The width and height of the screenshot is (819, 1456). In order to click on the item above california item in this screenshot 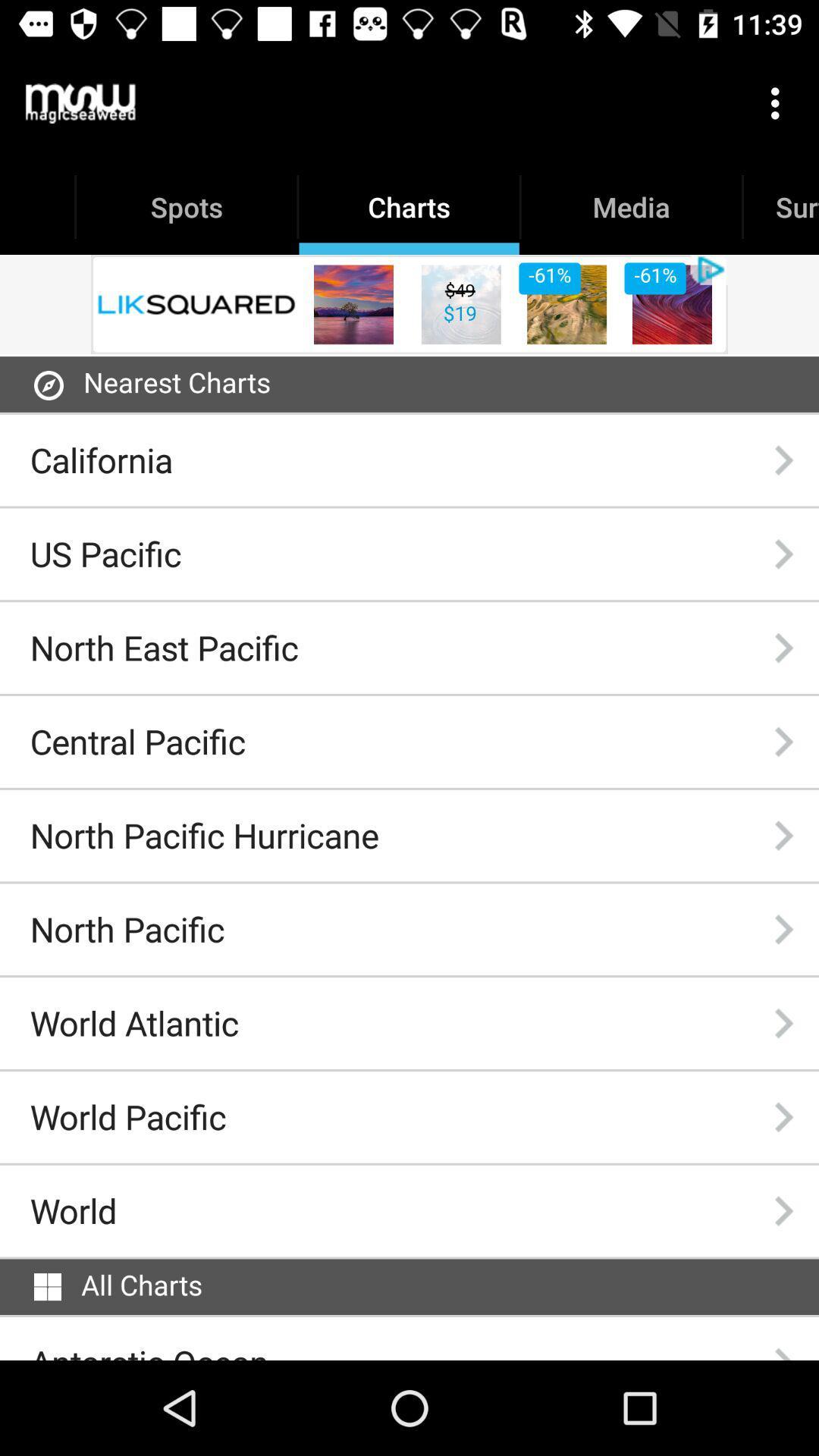, I will do `click(48, 385)`.